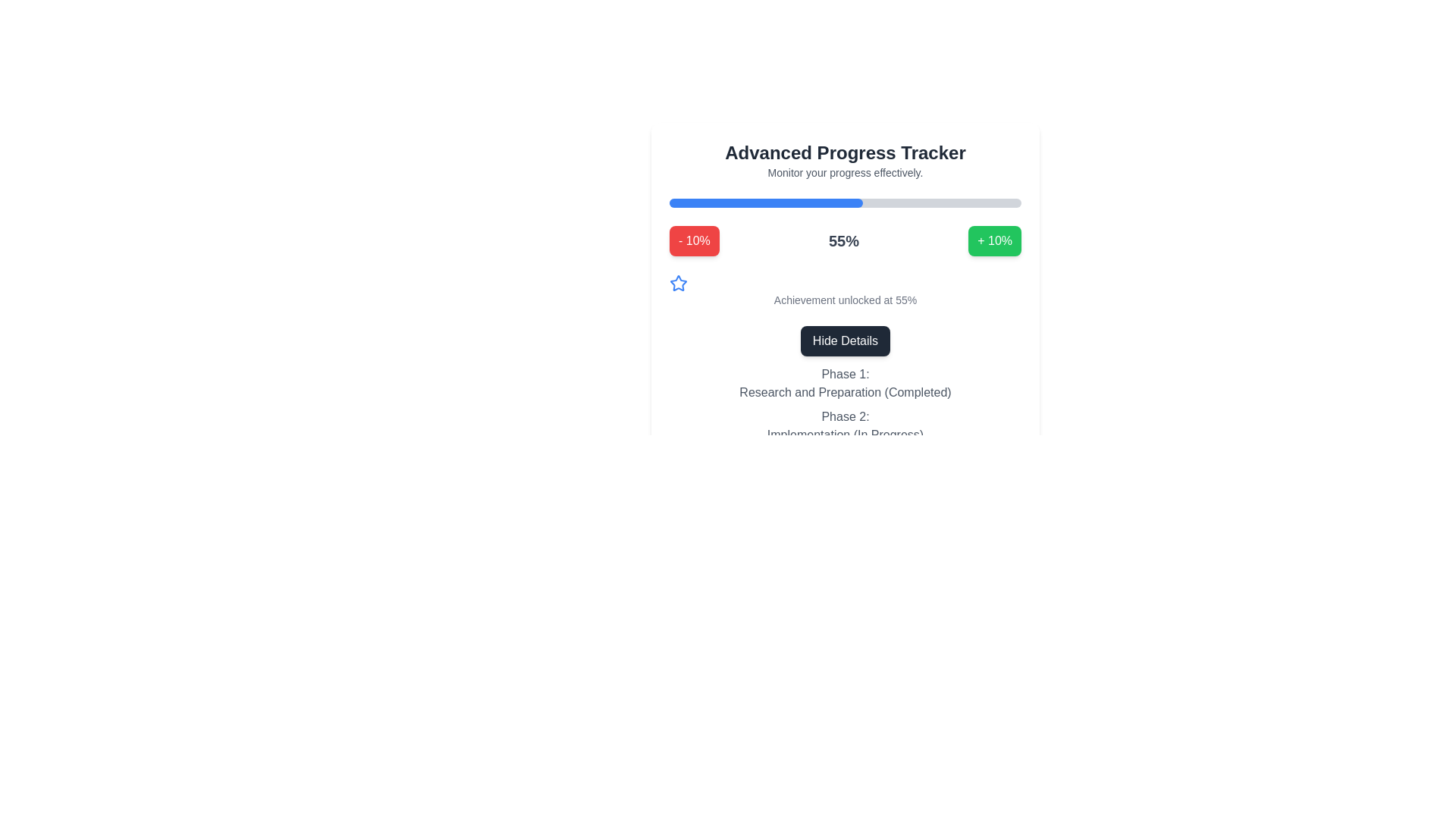 The image size is (1456, 819). I want to click on the text block titled 'Advanced Progress Tracker' that displays the subtitle 'Monitor your progress effectively.', so click(844, 161).